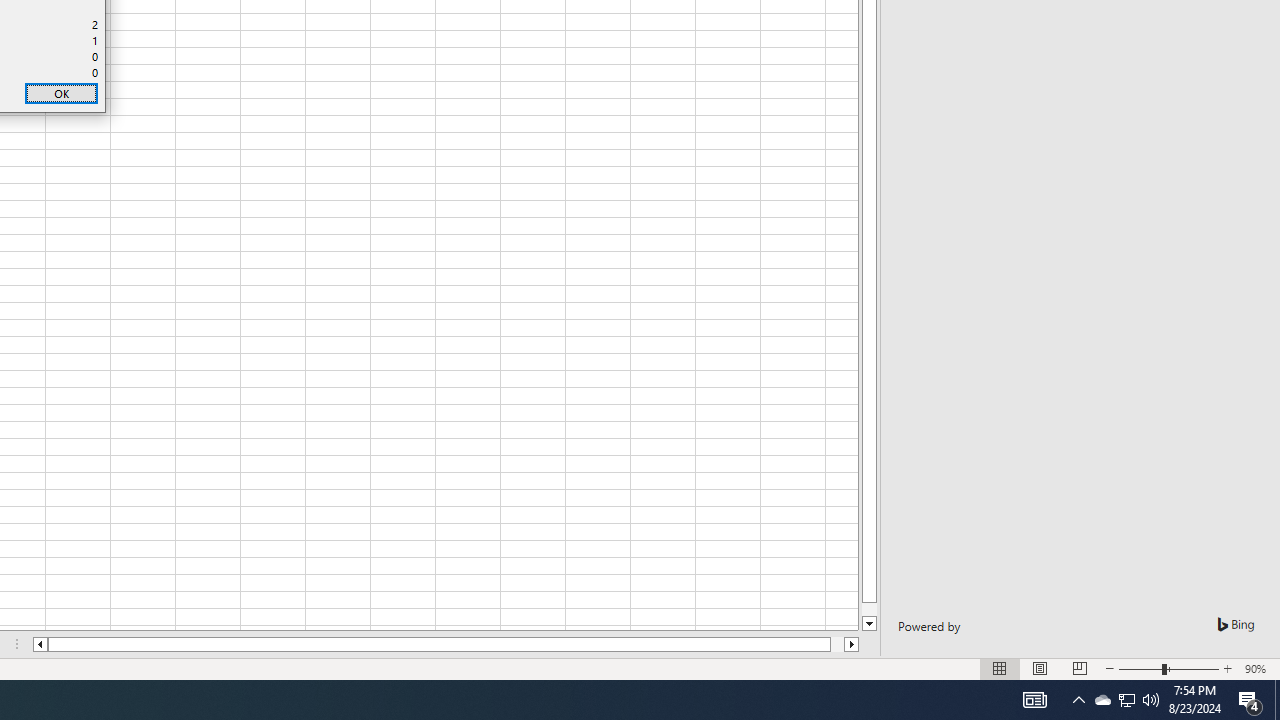 Image resolution: width=1280 pixels, height=720 pixels. What do you see at coordinates (1226, 669) in the screenshot?
I see `'Zoom In'` at bounding box center [1226, 669].